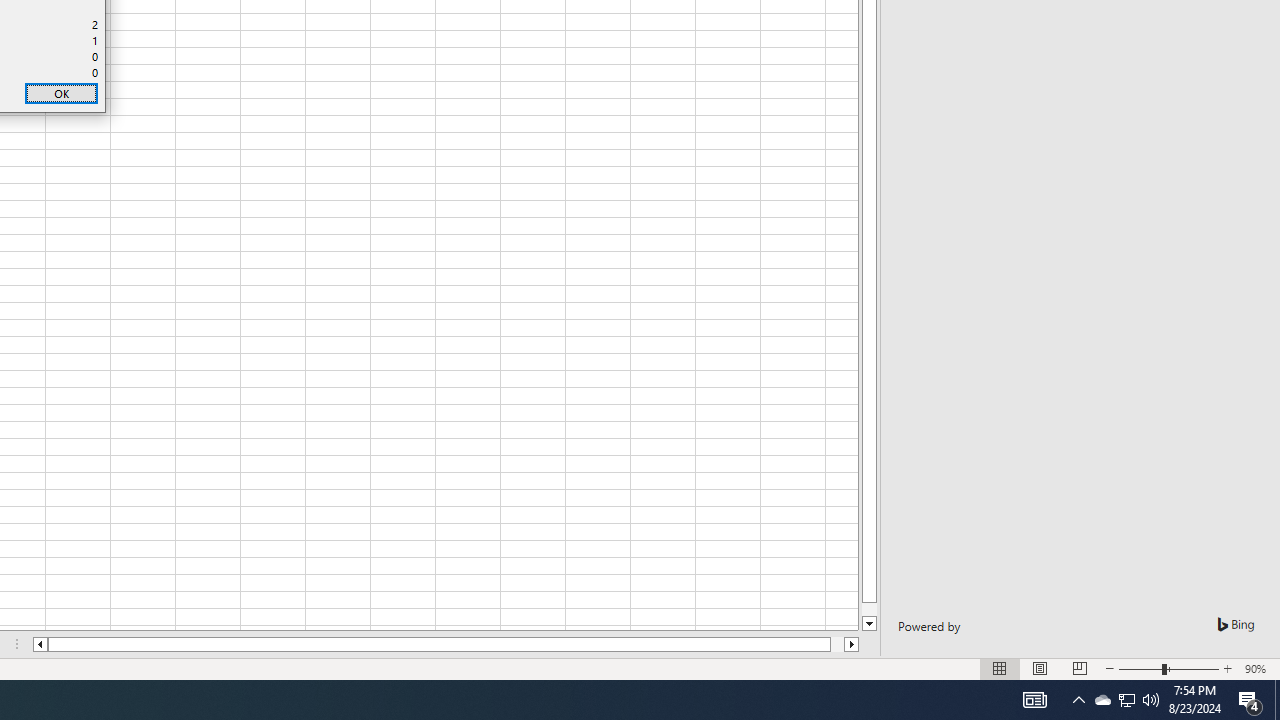 Image resolution: width=1280 pixels, height=720 pixels. What do you see at coordinates (1226, 669) in the screenshot?
I see `'Zoom In'` at bounding box center [1226, 669].